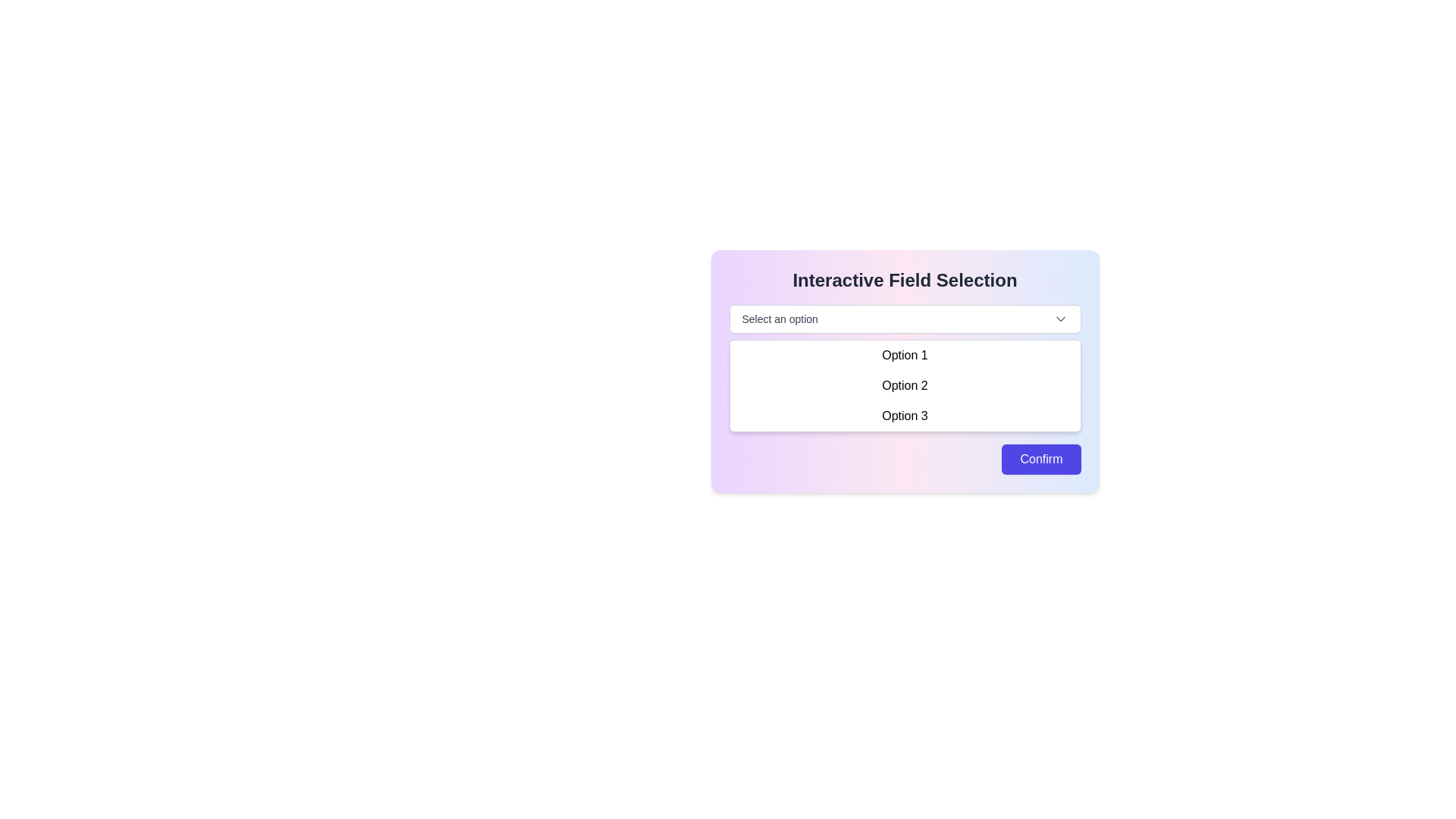  Describe the element at coordinates (1040, 458) in the screenshot. I see `the 'Confirm' button with rounded corners and an indigo background` at that location.